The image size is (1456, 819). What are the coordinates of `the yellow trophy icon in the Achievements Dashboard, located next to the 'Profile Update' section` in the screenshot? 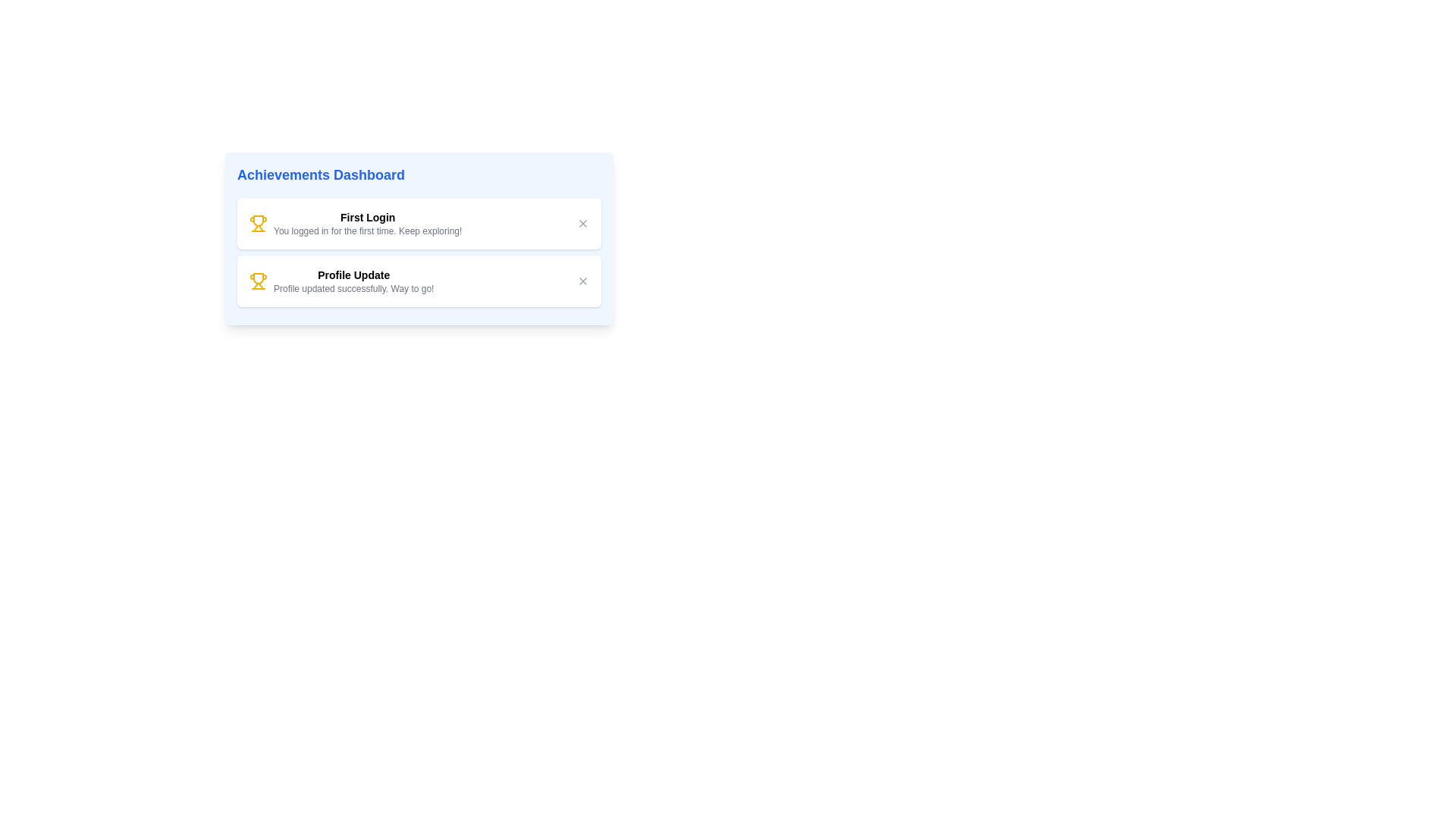 It's located at (258, 223).